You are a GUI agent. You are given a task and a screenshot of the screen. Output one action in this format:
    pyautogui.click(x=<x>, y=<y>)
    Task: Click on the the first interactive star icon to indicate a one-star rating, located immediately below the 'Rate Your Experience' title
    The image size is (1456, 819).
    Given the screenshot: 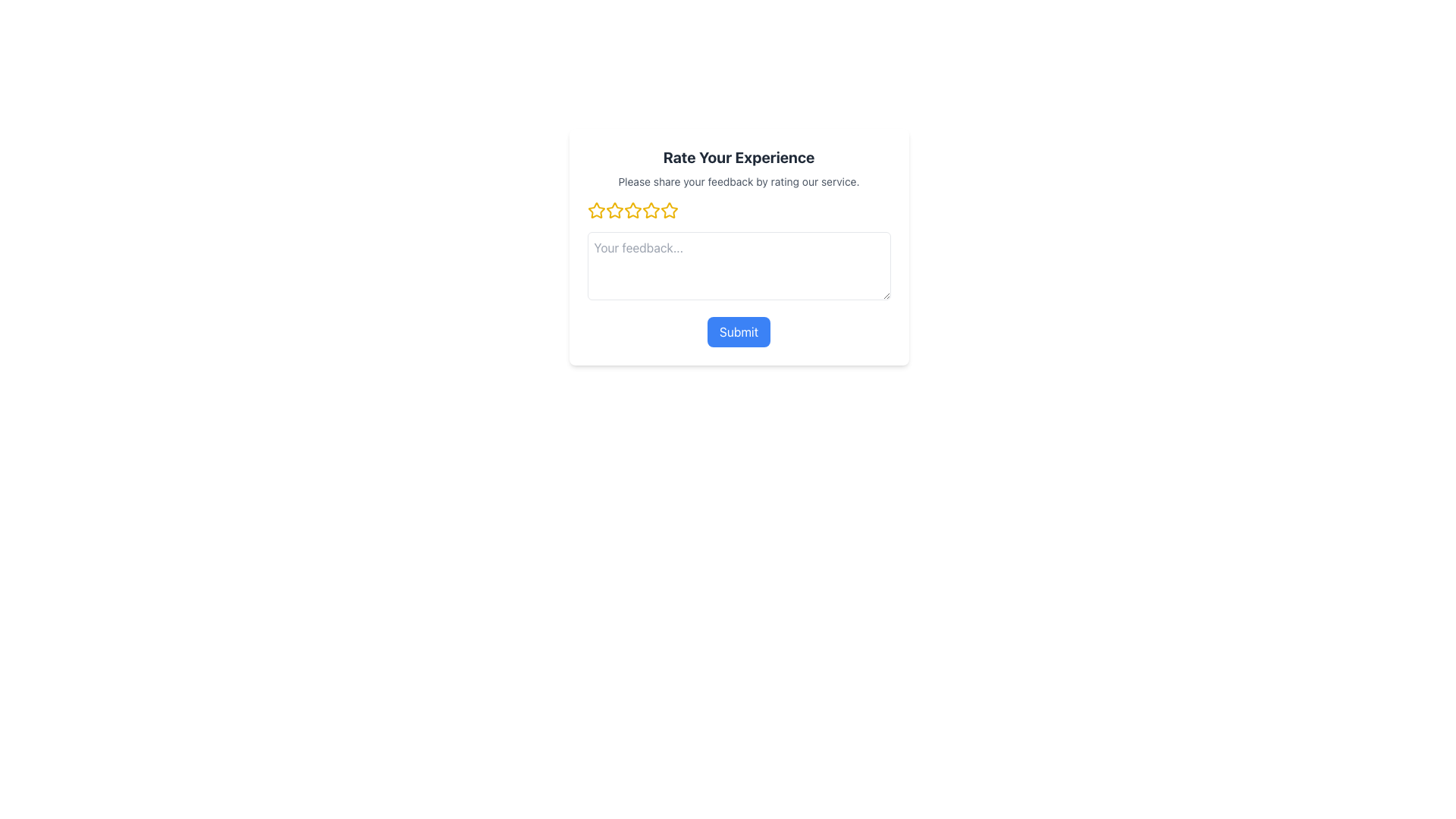 What is the action you would take?
    pyautogui.click(x=595, y=210)
    